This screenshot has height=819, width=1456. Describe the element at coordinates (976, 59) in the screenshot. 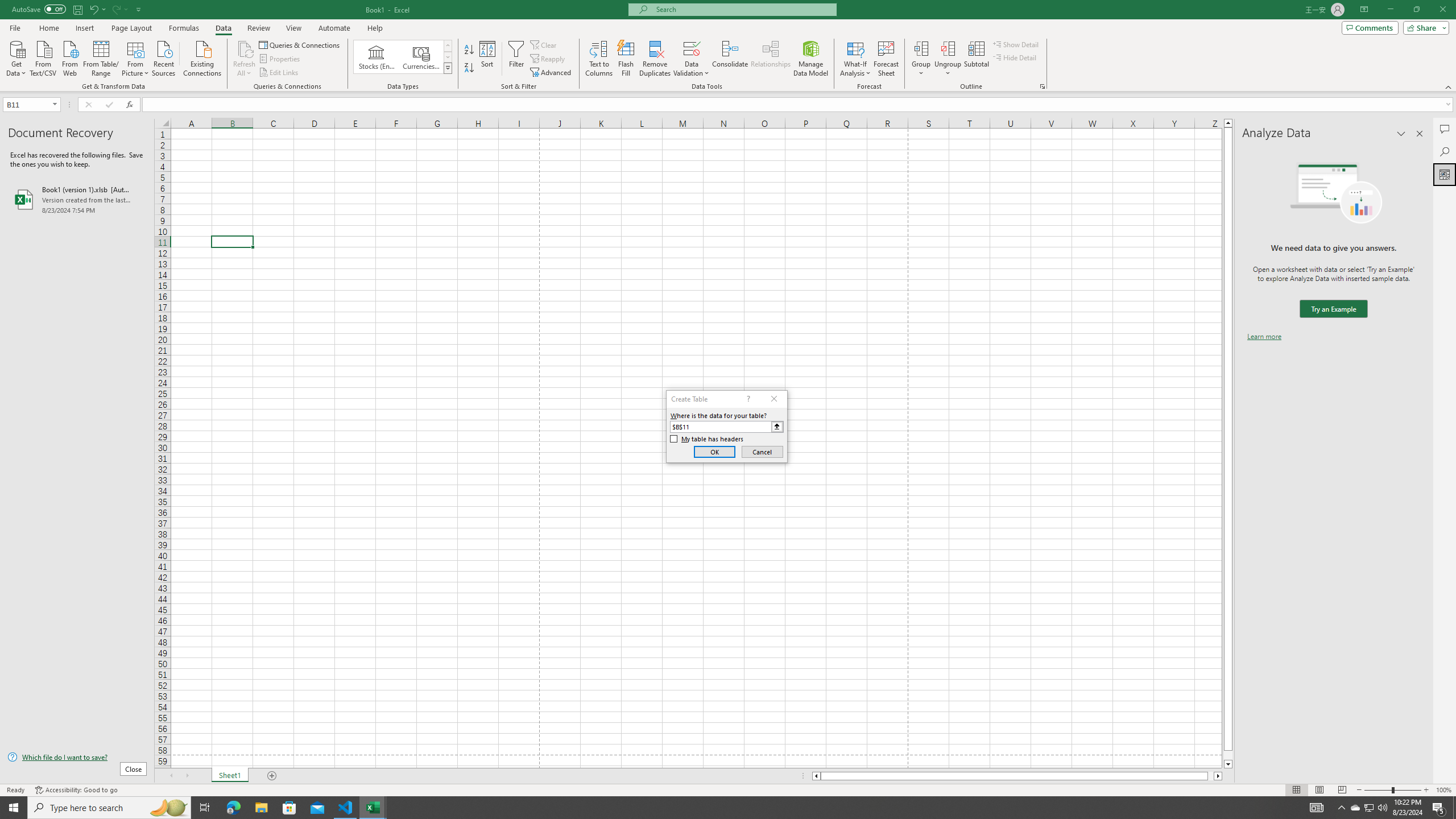

I see `'Subtotal'` at that location.